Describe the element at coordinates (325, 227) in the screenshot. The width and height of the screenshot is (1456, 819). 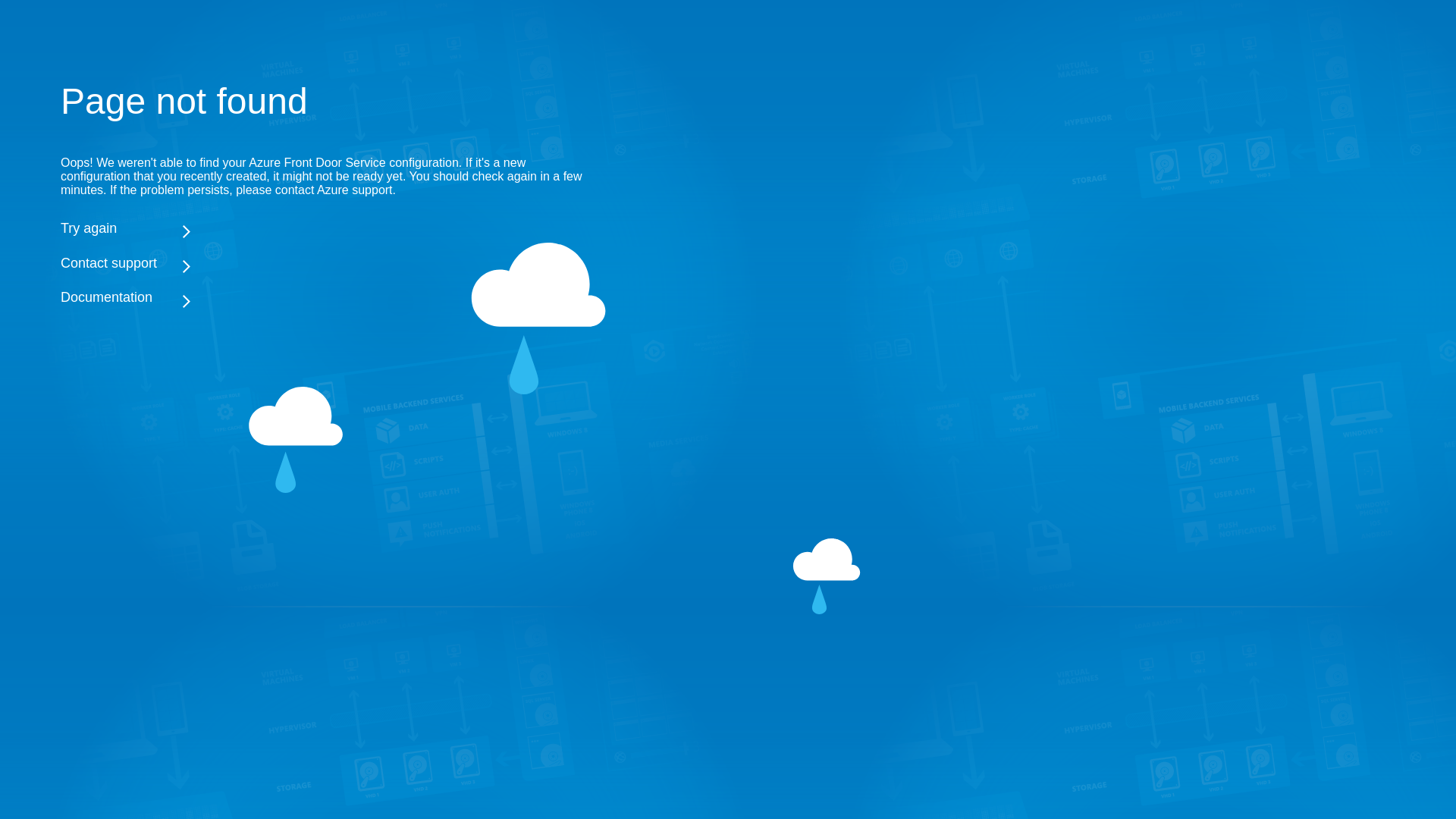
I see `'Try again'` at that location.